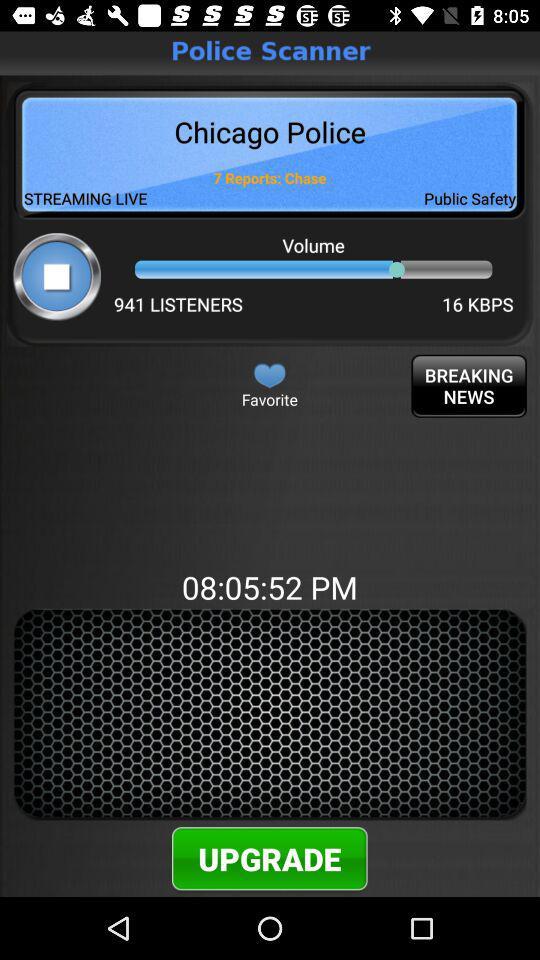  What do you see at coordinates (57, 275) in the screenshot?
I see `stop` at bounding box center [57, 275].